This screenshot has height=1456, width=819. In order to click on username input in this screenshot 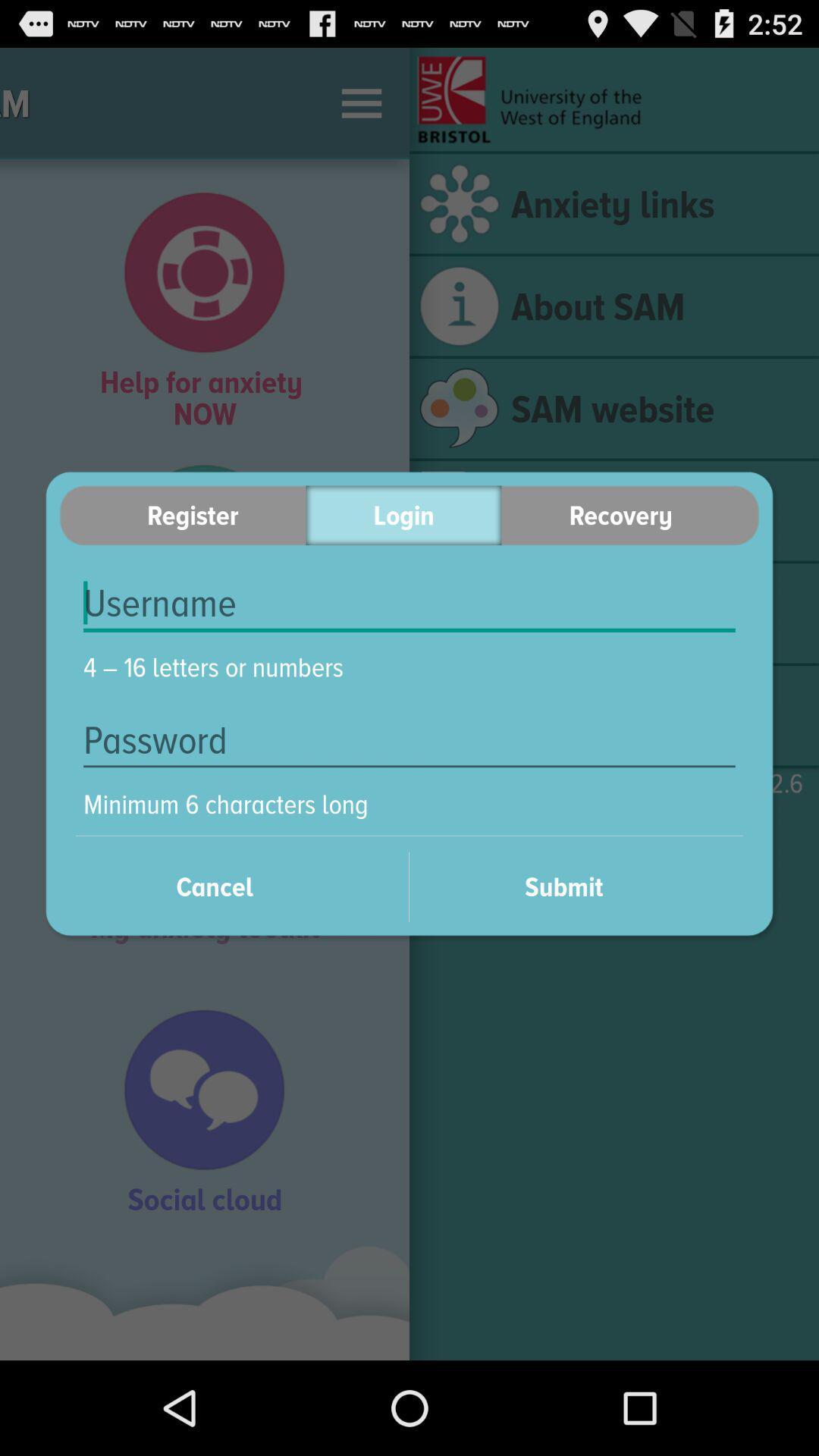, I will do `click(409, 603)`.